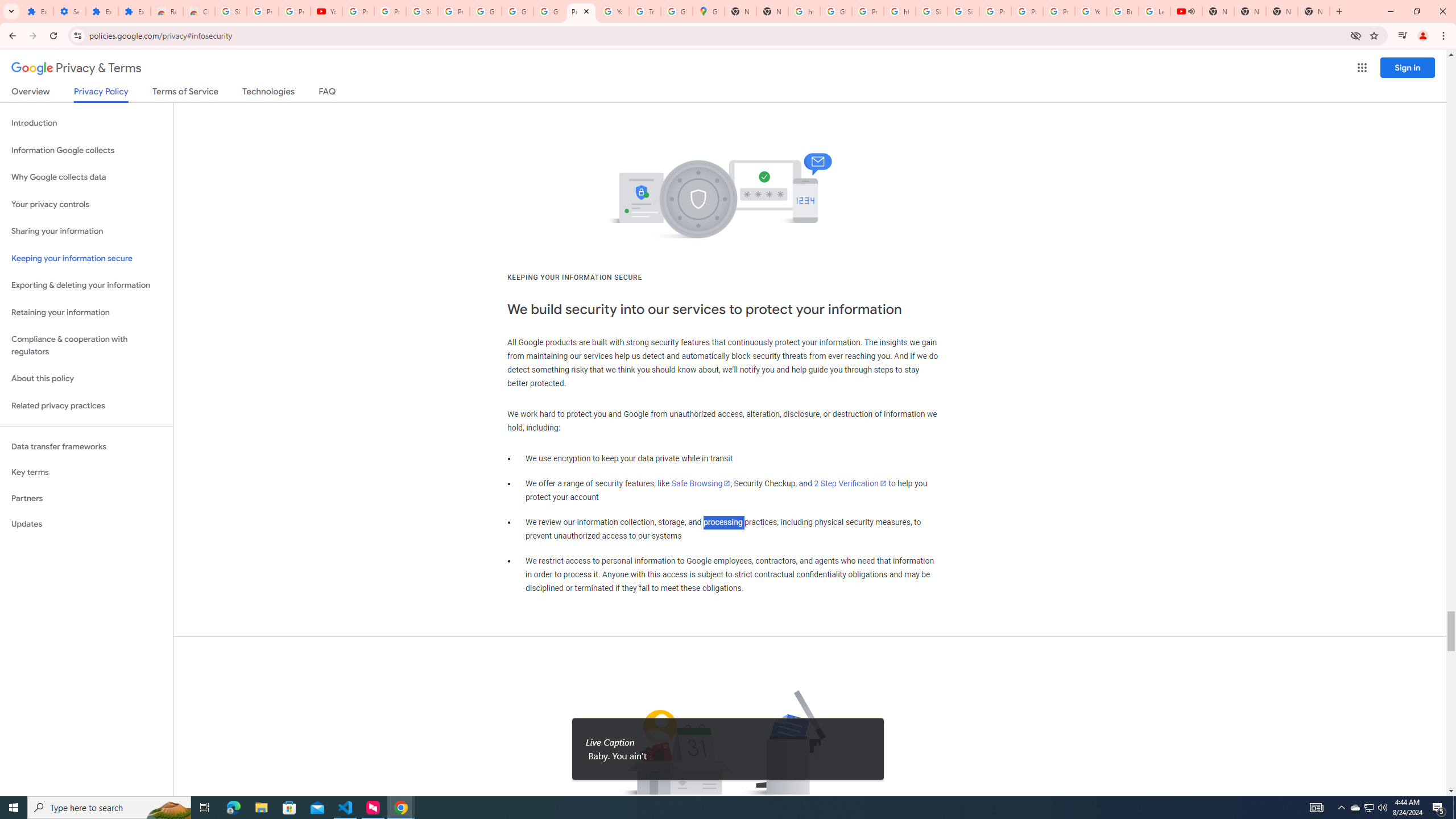 This screenshot has height=819, width=1456. Describe the element at coordinates (102, 11) in the screenshot. I see `'Extensions'` at that location.